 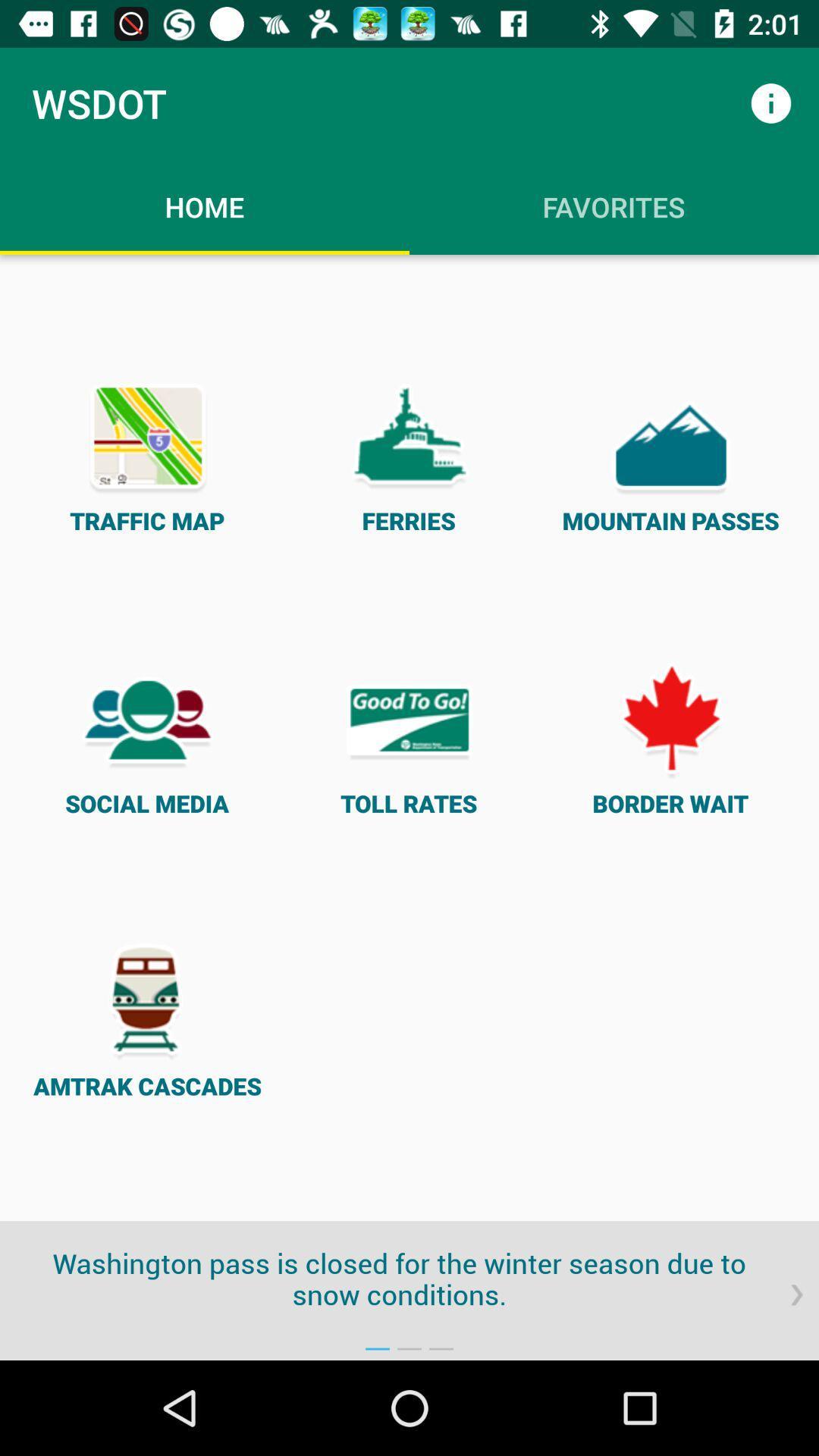 I want to click on item above the mountain passes item, so click(x=771, y=102).